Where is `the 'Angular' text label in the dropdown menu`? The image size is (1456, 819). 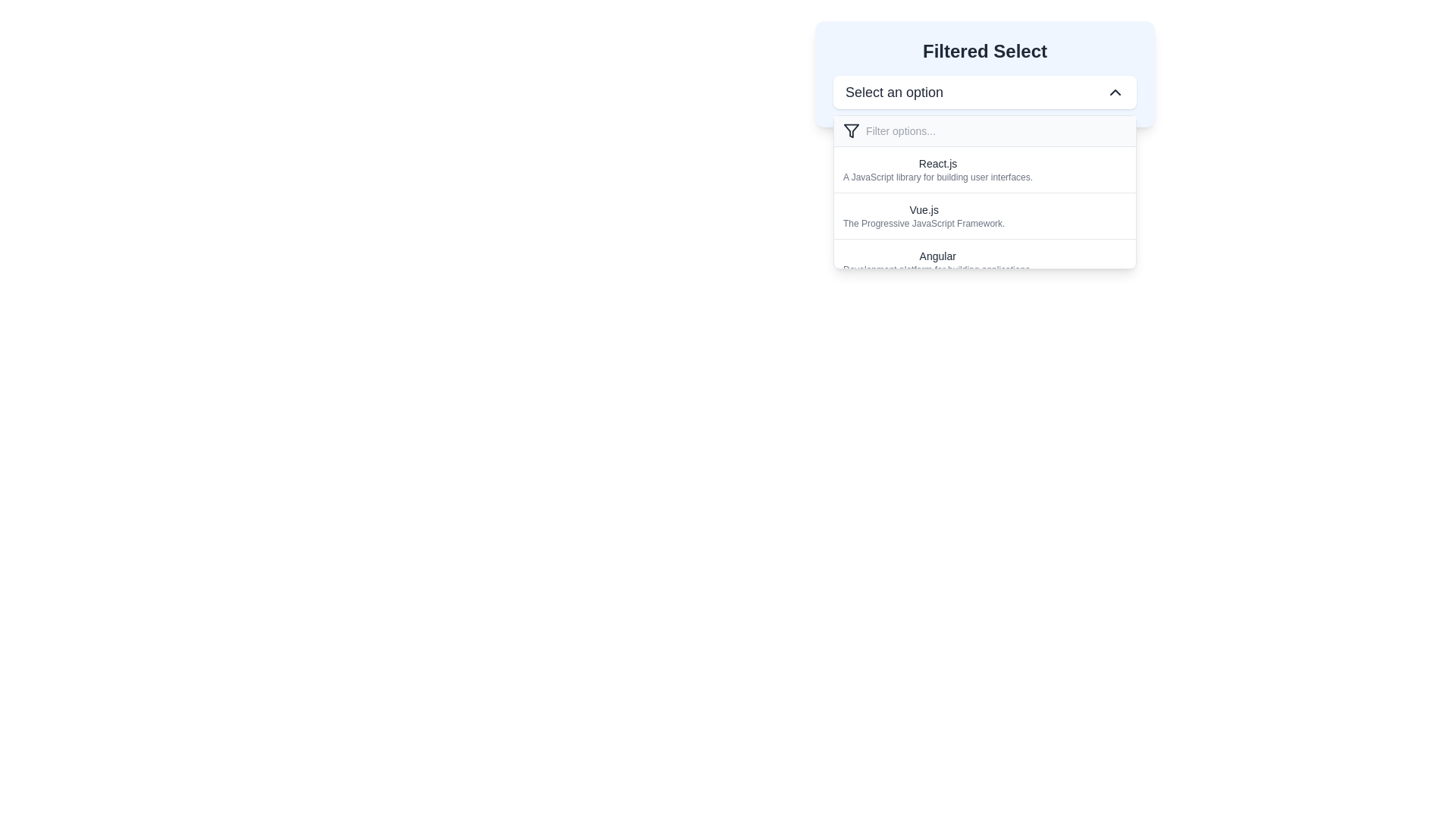
the 'Angular' text label in the dropdown menu is located at coordinates (937, 256).